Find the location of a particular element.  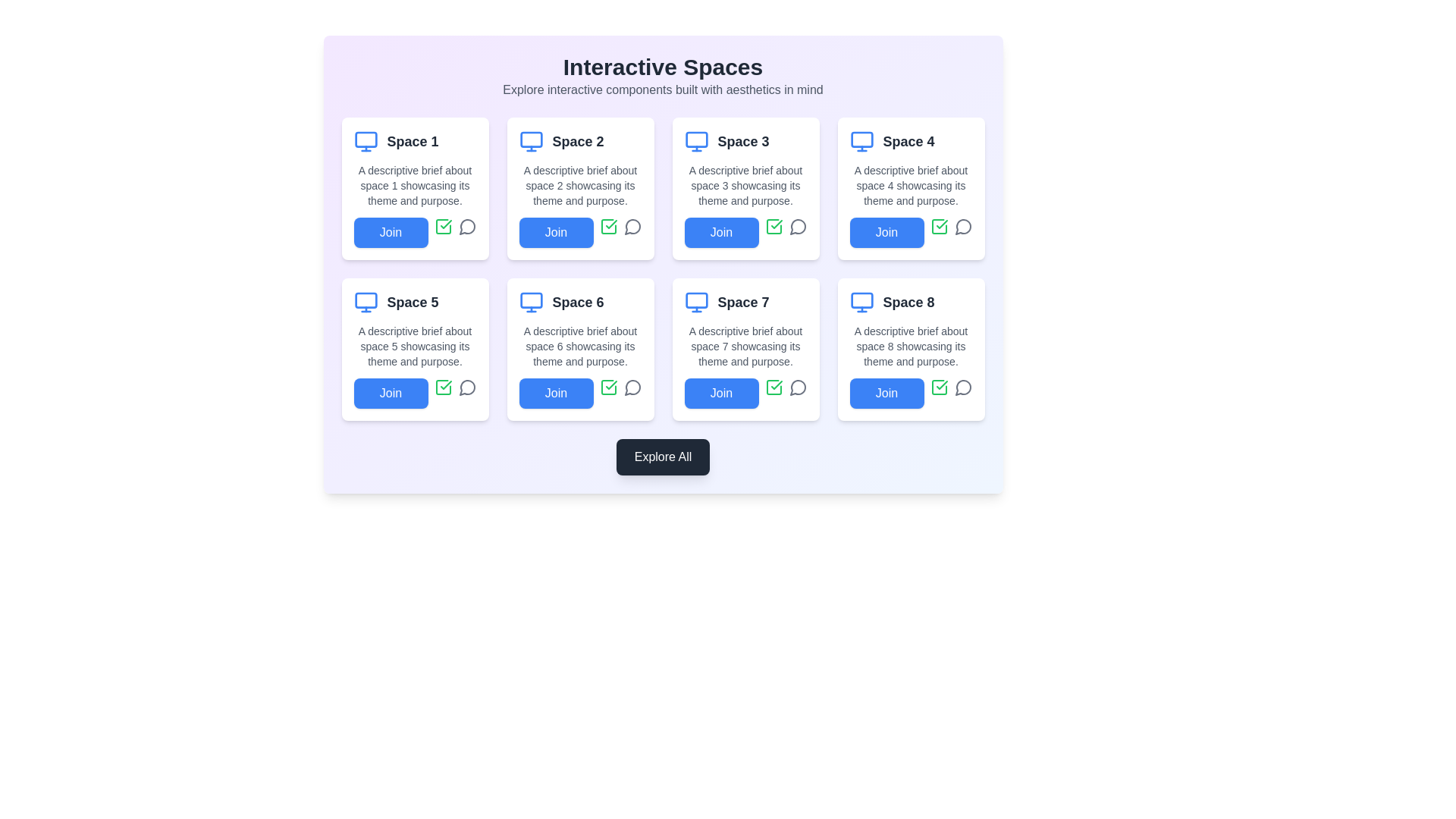

the icon representing the technological or digital theme located in the first column of the third row, to the left of the text 'Space 5' is located at coordinates (366, 302).